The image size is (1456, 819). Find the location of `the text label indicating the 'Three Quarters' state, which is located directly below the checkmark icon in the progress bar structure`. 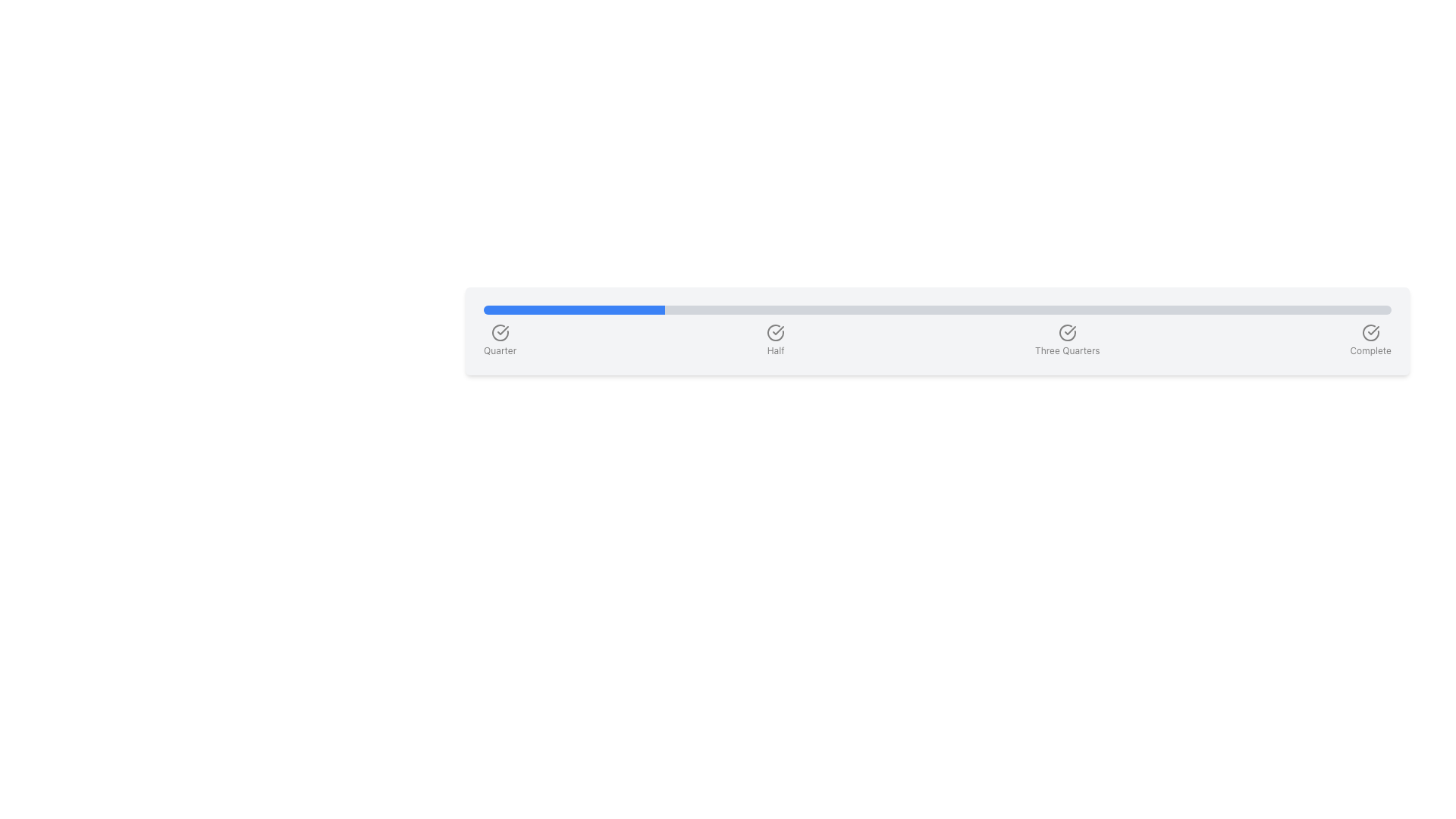

the text label indicating the 'Three Quarters' state, which is located directly below the checkmark icon in the progress bar structure is located at coordinates (1066, 350).